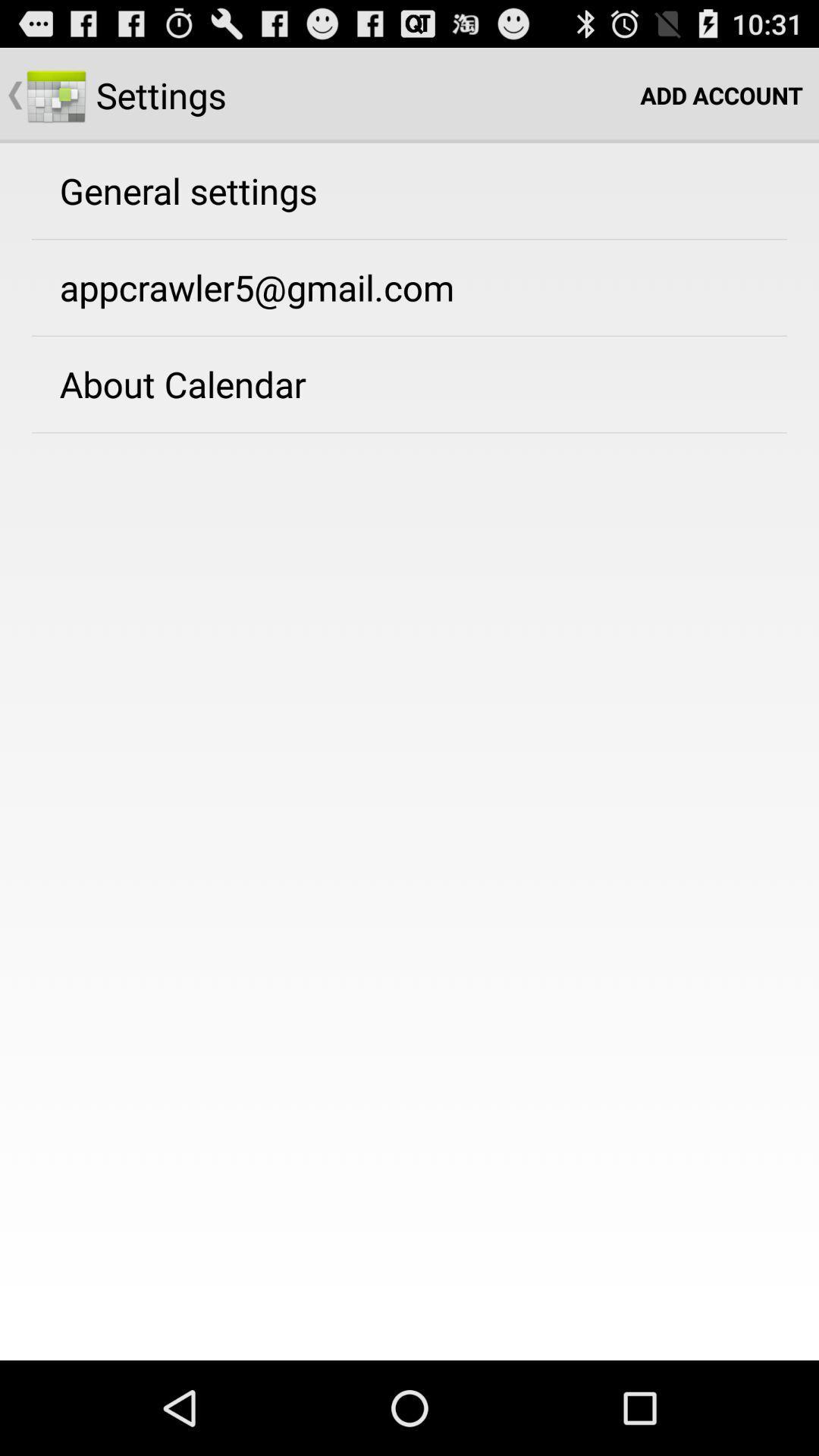 This screenshot has width=819, height=1456. I want to click on the about calendar item, so click(182, 384).